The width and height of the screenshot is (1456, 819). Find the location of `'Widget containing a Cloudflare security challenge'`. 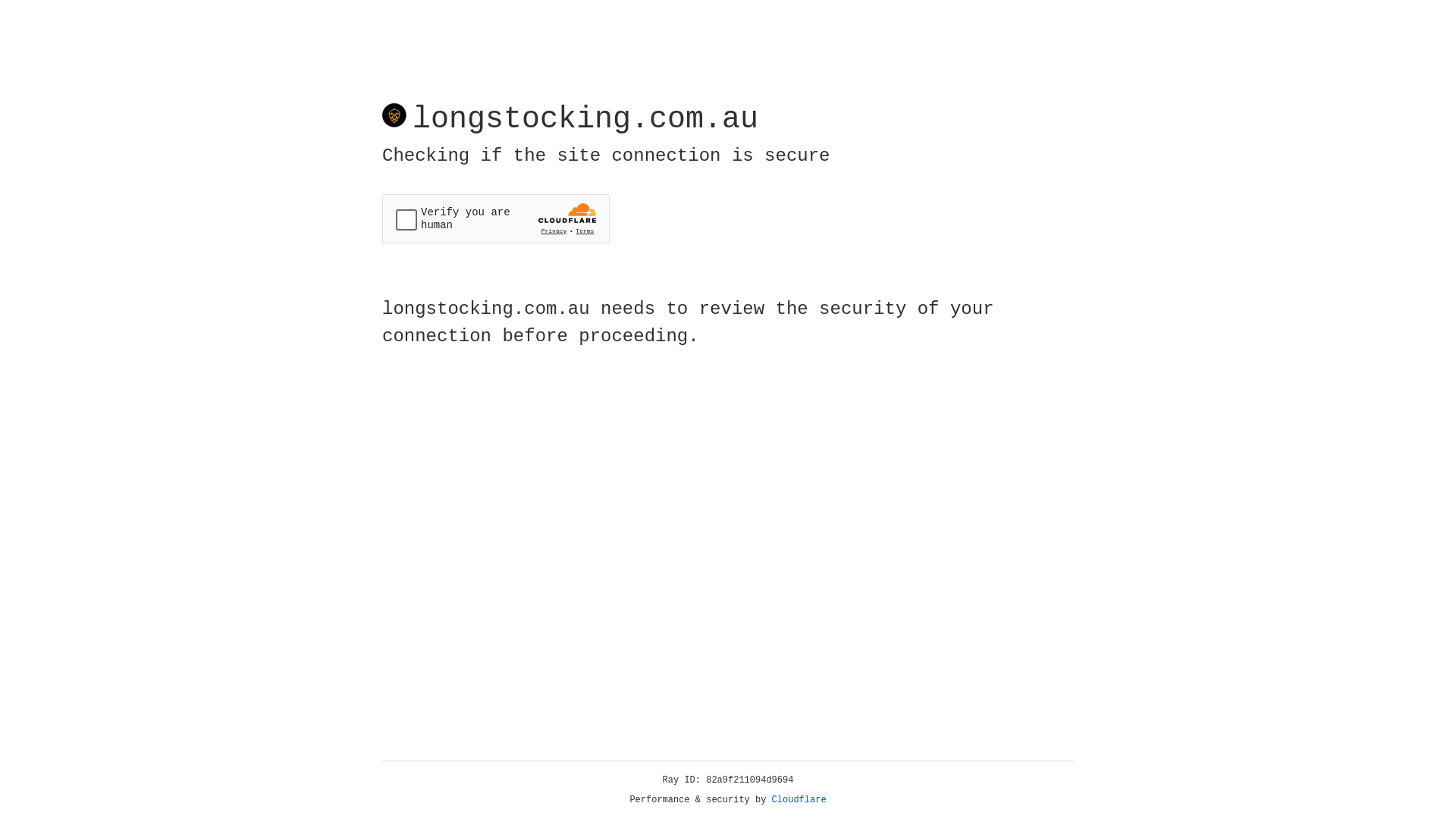

'Widget containing a Cloudflare security challenge' is located at coordinates (495, 218).